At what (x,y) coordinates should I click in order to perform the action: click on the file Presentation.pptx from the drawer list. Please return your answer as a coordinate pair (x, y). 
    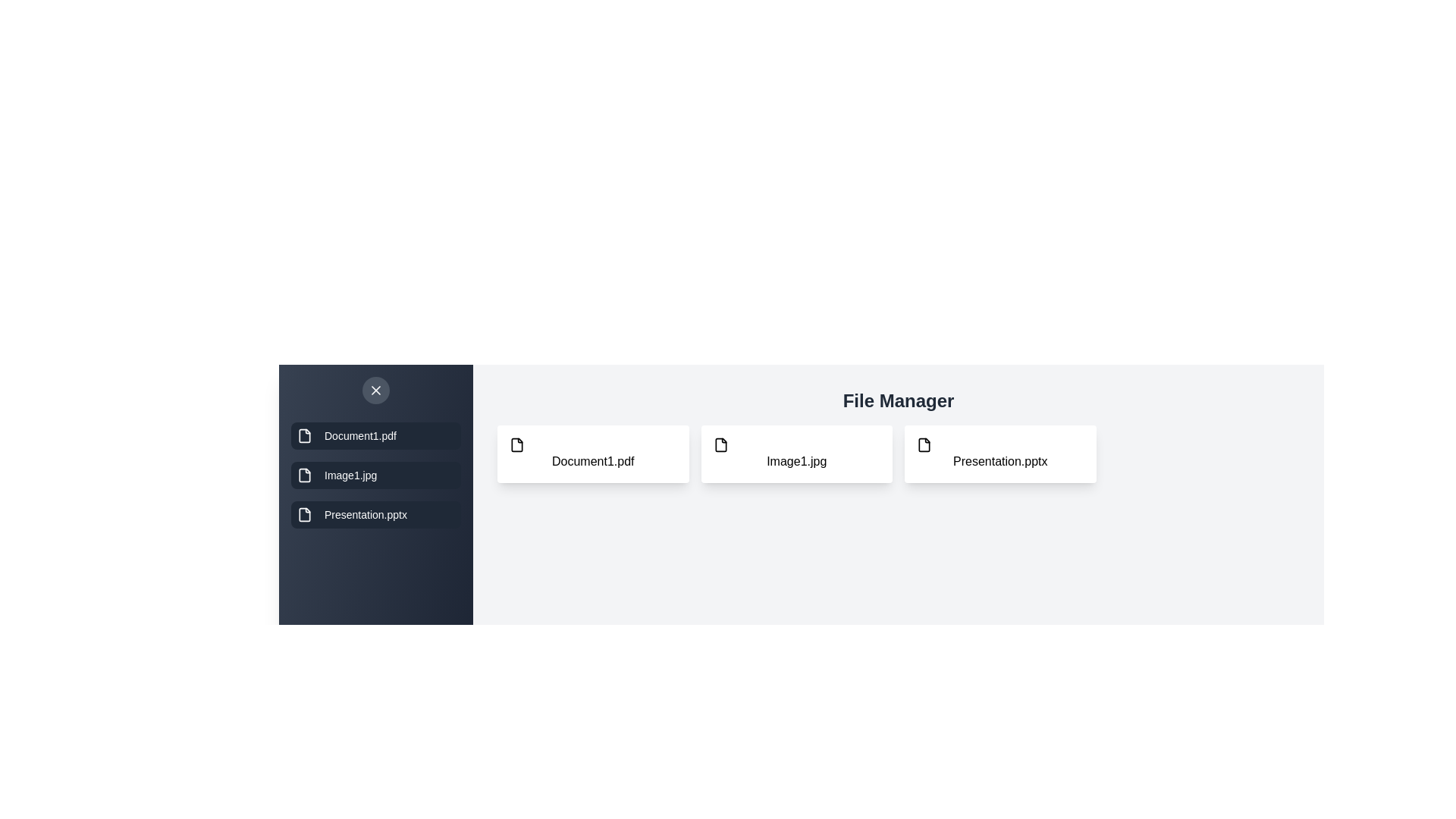
    Looking at the image, I should click on (375, 513).